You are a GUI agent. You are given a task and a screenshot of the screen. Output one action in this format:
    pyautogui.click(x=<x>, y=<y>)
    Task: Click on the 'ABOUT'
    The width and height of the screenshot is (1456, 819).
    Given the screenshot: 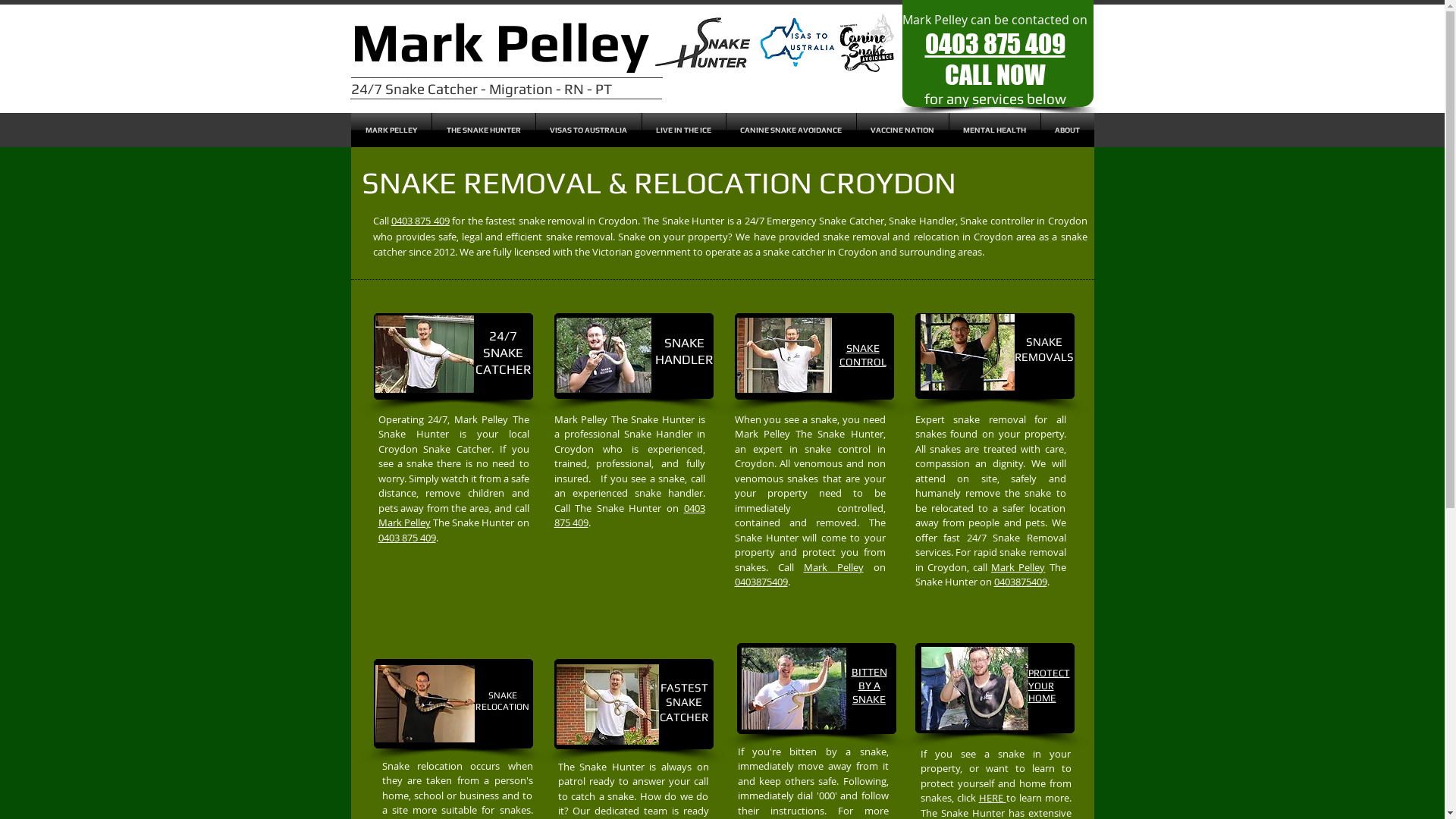 What is the action you would take?
    pyautogui.click(x=1065, y=129)
    